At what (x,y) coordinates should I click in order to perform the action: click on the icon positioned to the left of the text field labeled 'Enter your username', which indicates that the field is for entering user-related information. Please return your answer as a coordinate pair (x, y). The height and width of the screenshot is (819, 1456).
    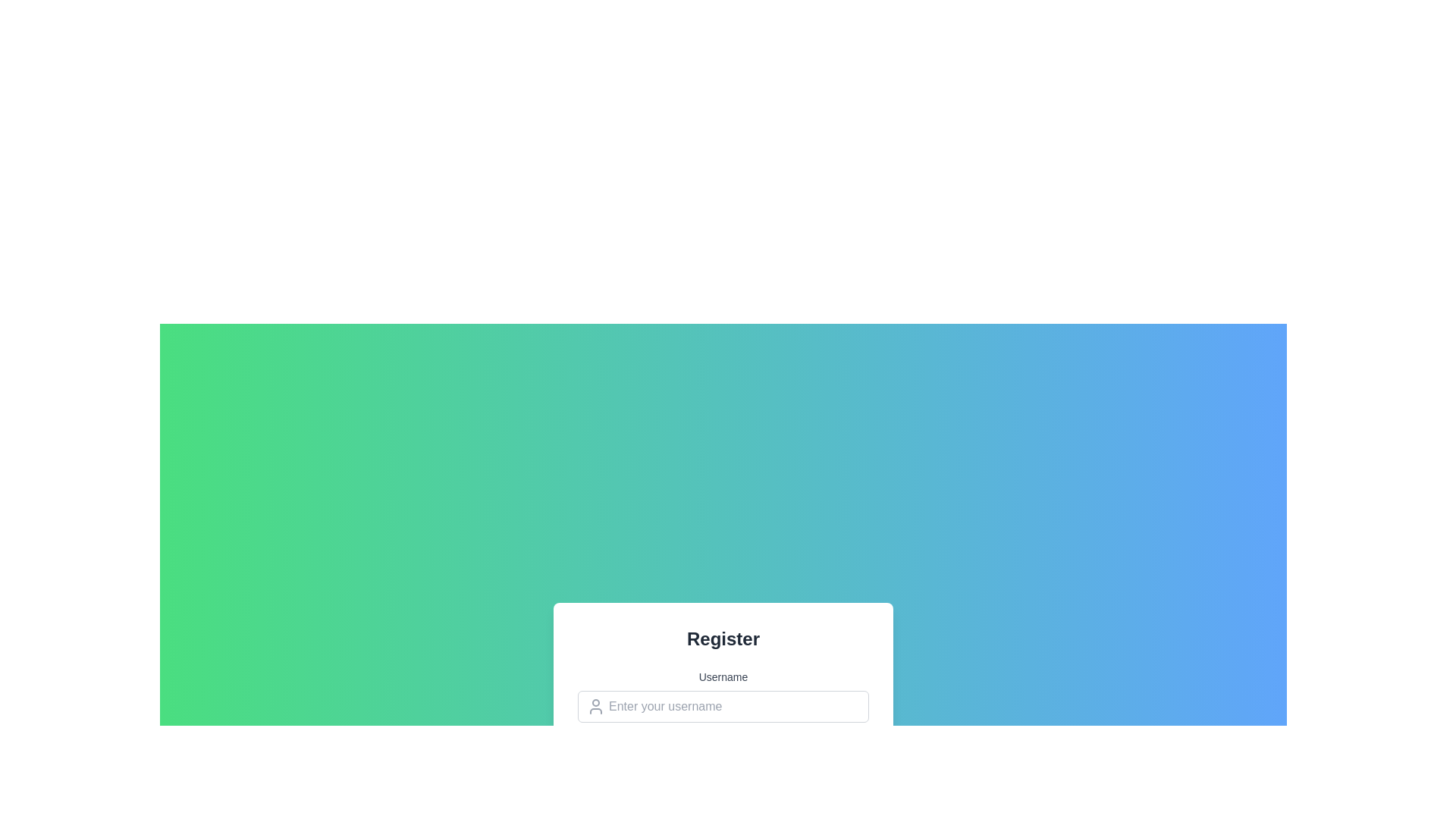
    Looking at the image, I should click on (595, 707).